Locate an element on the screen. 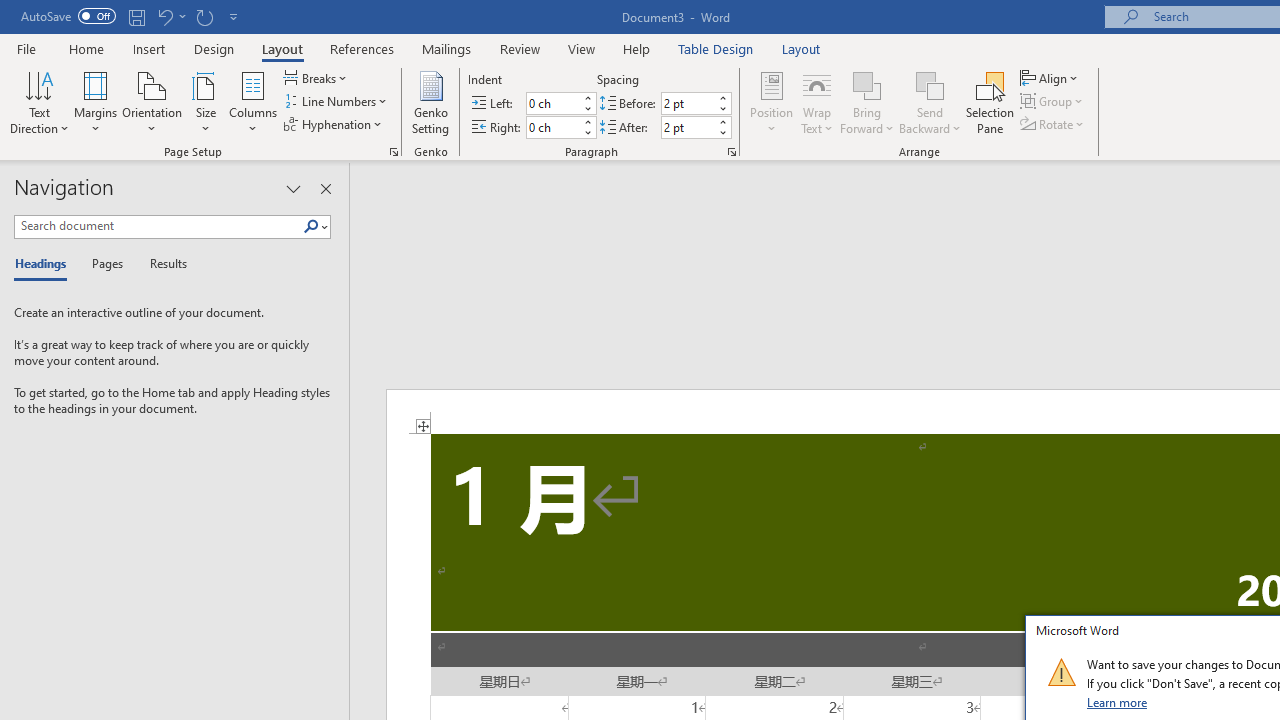 The height and width of the screenshot is (720, 1280). 'Send Backward' is located at coordinates (929, 103).